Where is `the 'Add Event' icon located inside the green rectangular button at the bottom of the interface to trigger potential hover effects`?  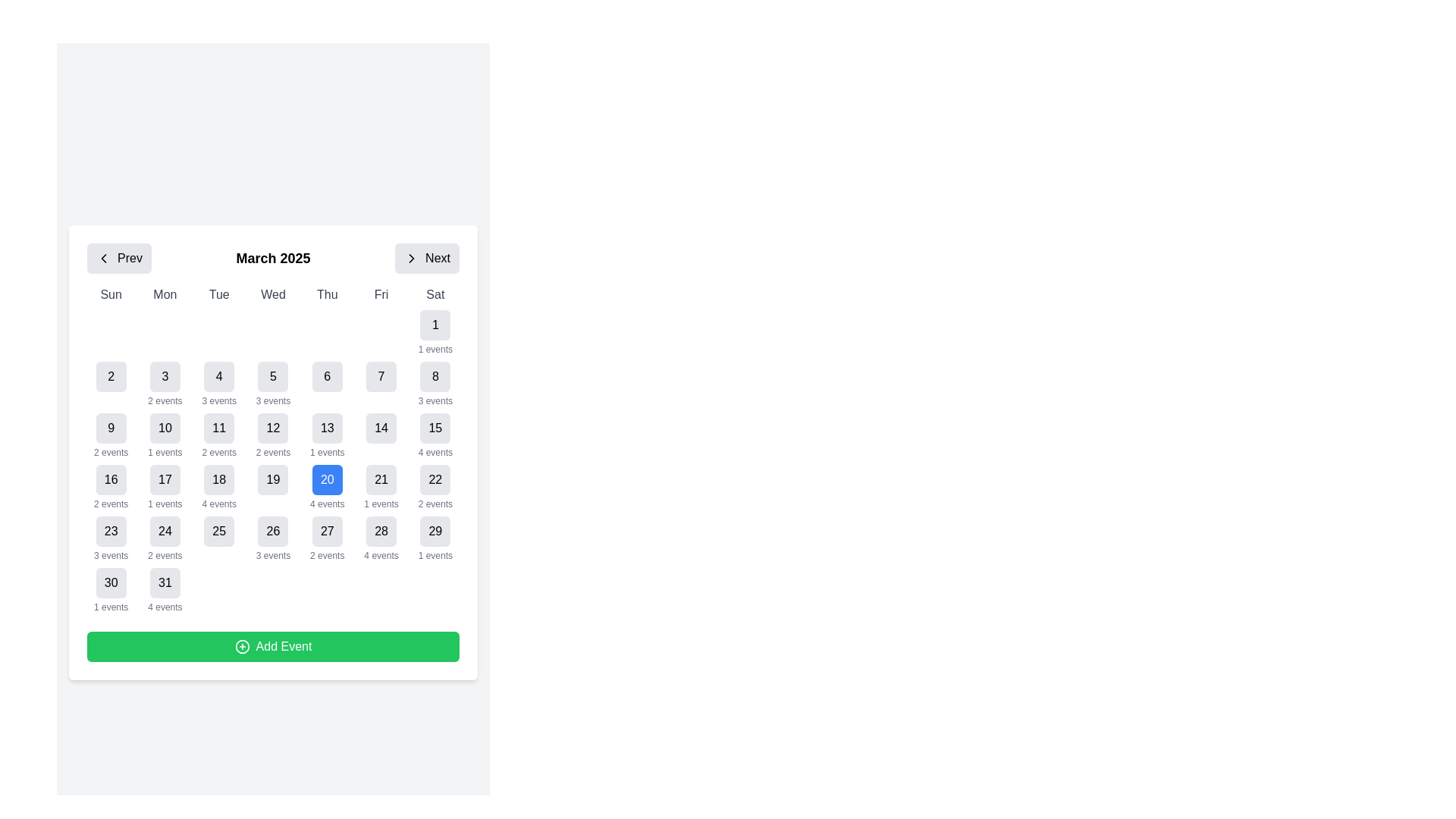 the 'Add Event' icon located inside the green rectangular button at the bottom of the interface to trigger potential hover effects is located at coordinates (241, 646).